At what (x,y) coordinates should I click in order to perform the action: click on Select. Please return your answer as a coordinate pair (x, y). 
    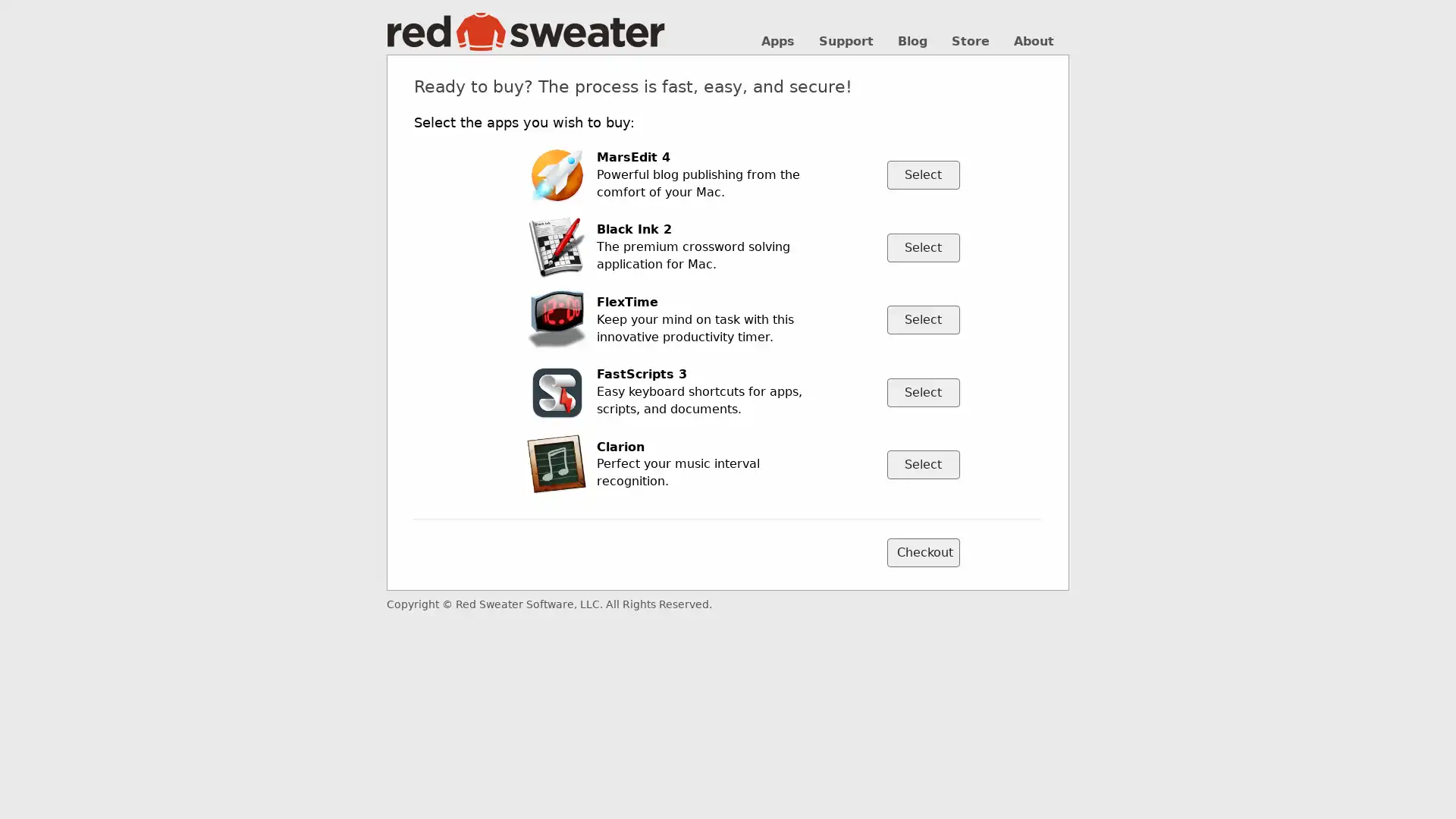
    Looking at the image, I should click on (922, 391).